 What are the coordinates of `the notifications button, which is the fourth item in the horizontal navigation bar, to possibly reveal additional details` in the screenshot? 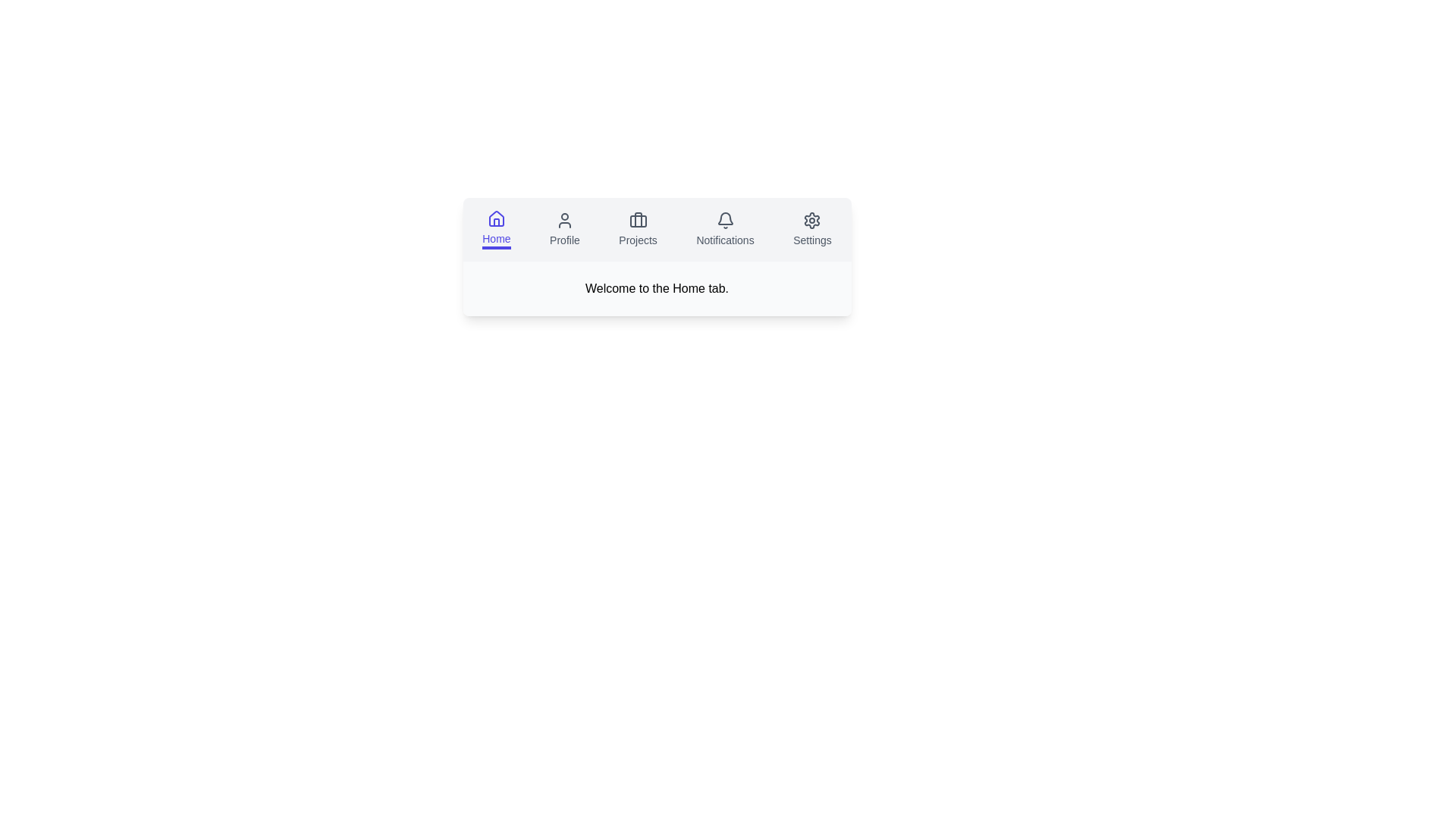 It's located at (724, 230).